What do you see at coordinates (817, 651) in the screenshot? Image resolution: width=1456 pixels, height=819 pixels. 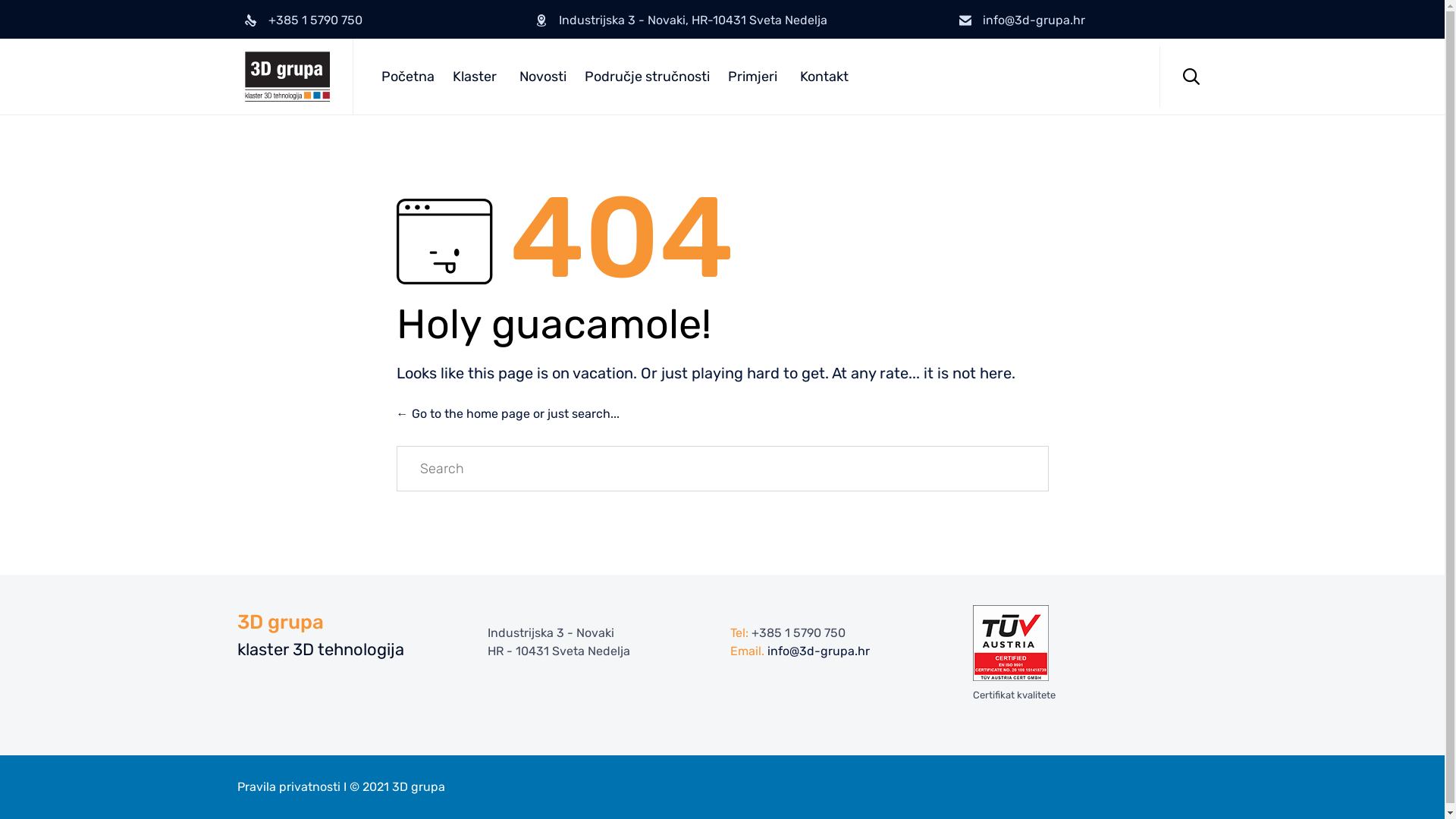 I see `'info@3d-grupa.hr'` at bounding box center [817, 651].